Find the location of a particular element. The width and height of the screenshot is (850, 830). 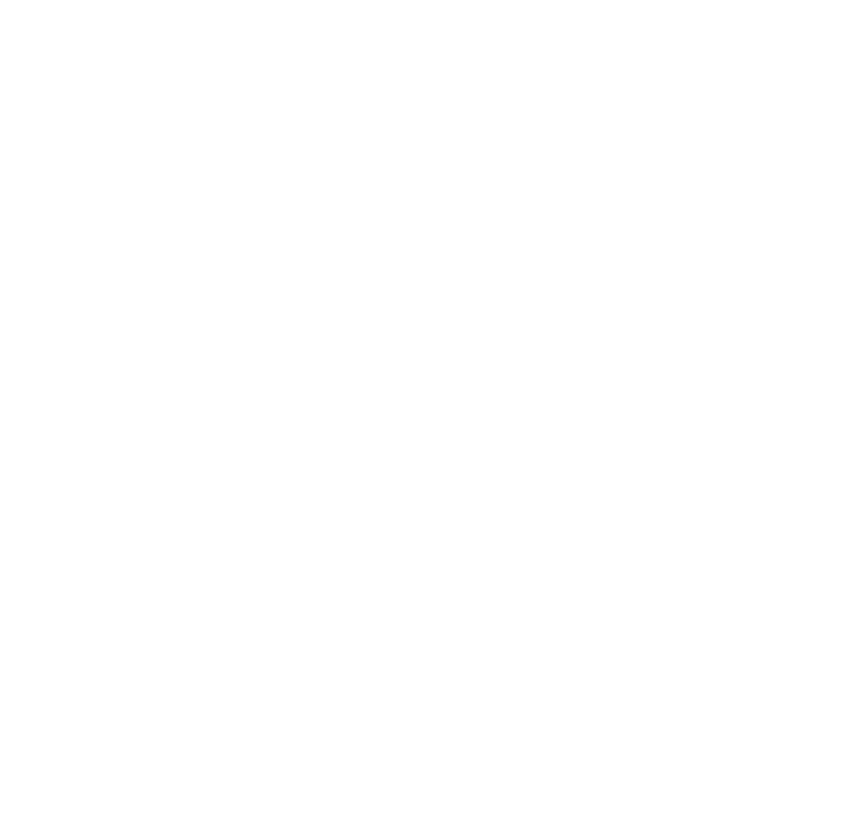

'What is RNA-Seq?' is located at coordinates (425, 690).